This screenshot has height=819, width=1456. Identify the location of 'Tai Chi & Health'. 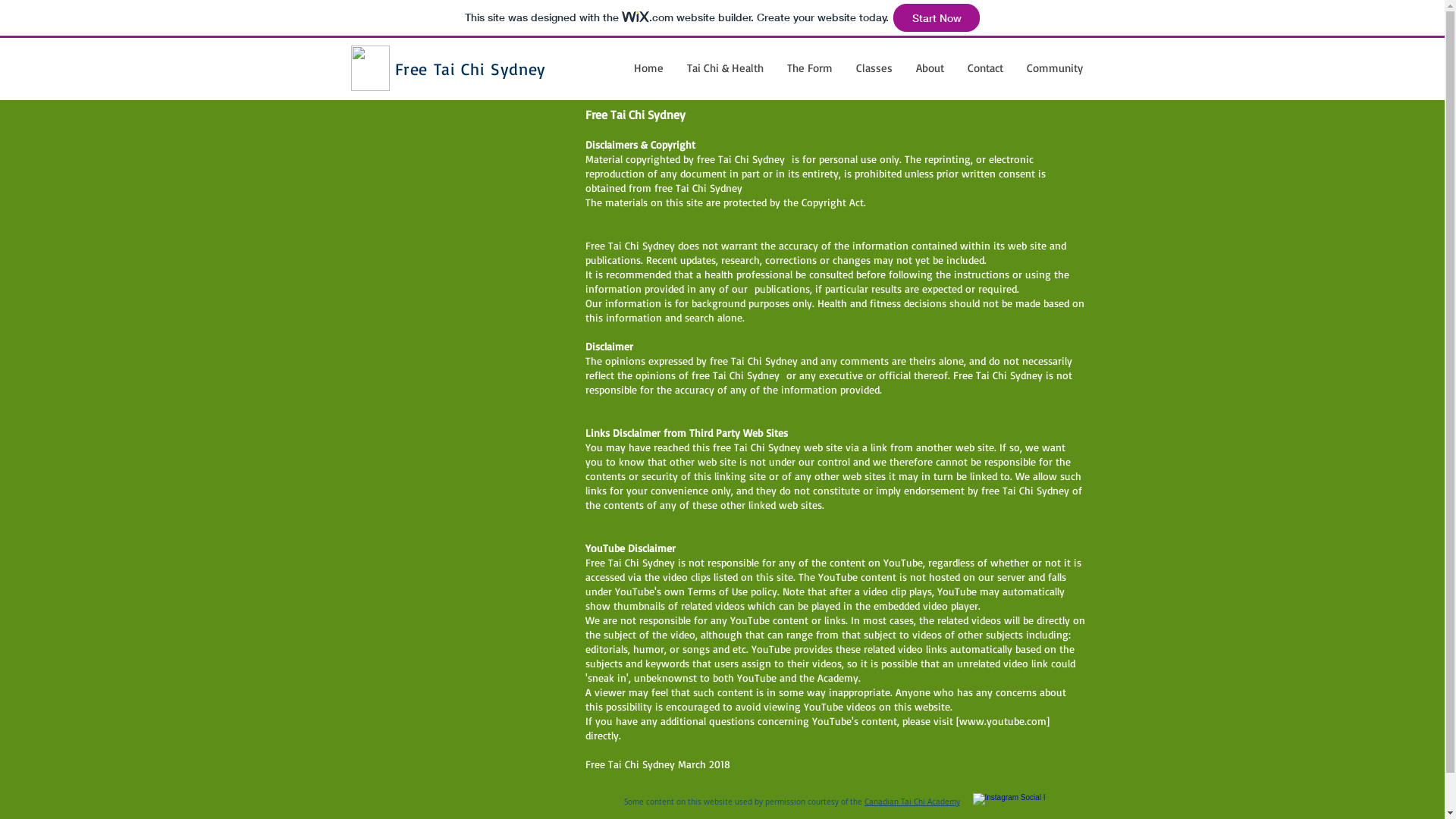
(723, 67).